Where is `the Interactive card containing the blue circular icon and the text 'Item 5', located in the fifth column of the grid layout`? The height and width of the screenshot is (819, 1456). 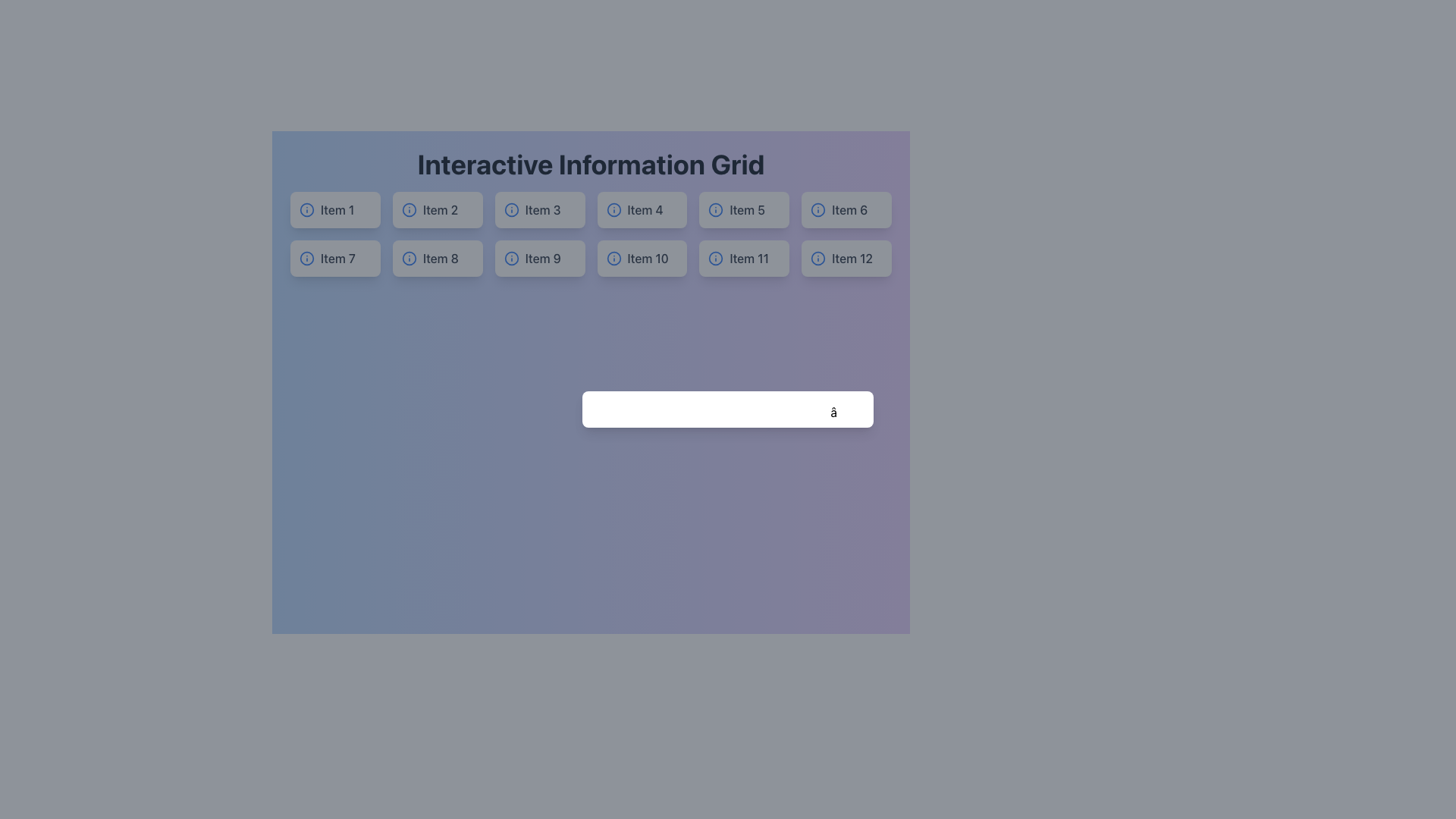
the Interactive card containing the blue circular icon and the text 'Item 5', located in the fifth column of the grid layout is located at coordinates (744, 210).